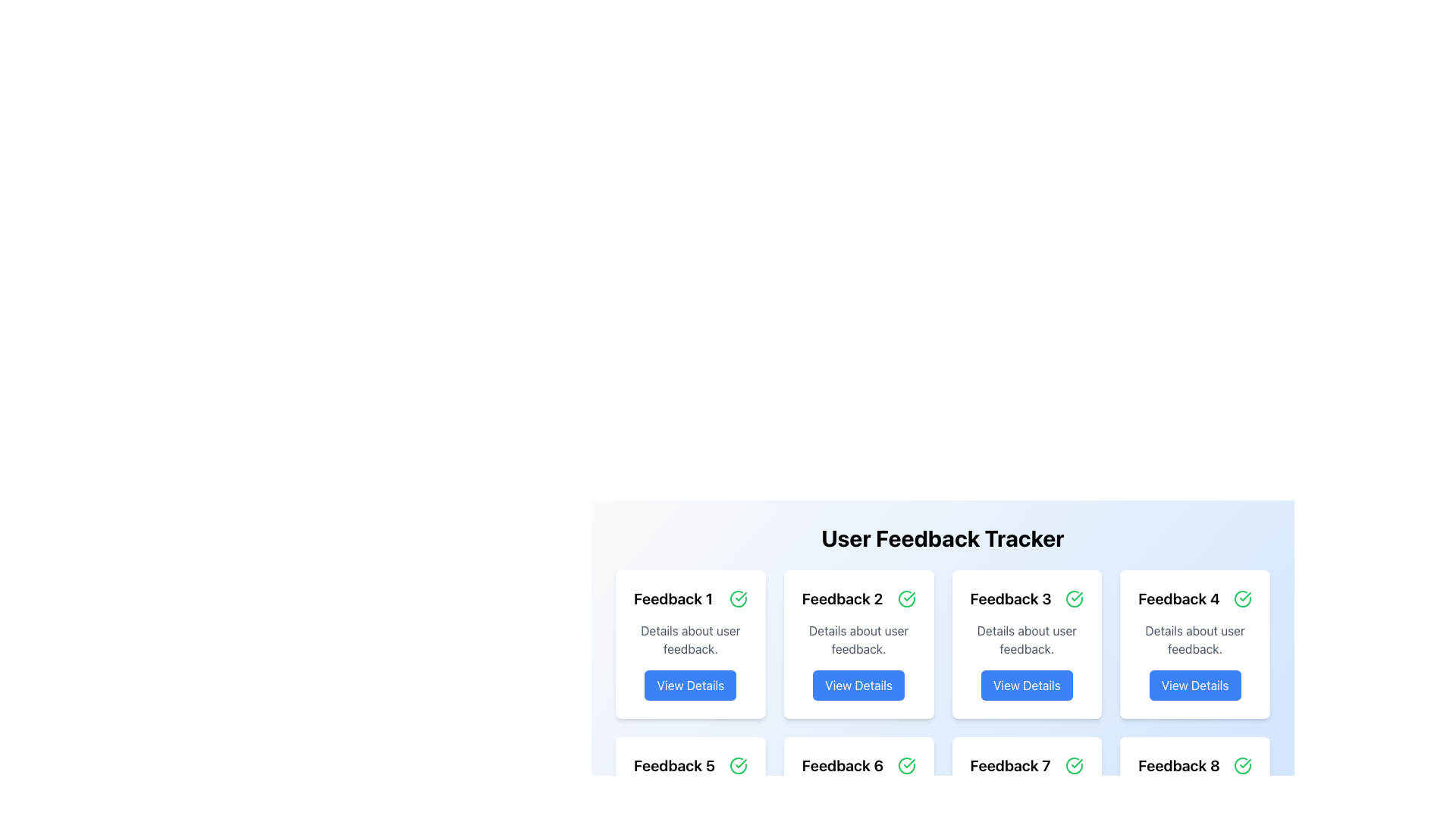 This screenshot has width=1456, height=819. Describe the element at coordinates (738, 598) in the screenshot. I see `the validation icon located near the top-right of the 'Feedback 1' section for status indication` at that location.